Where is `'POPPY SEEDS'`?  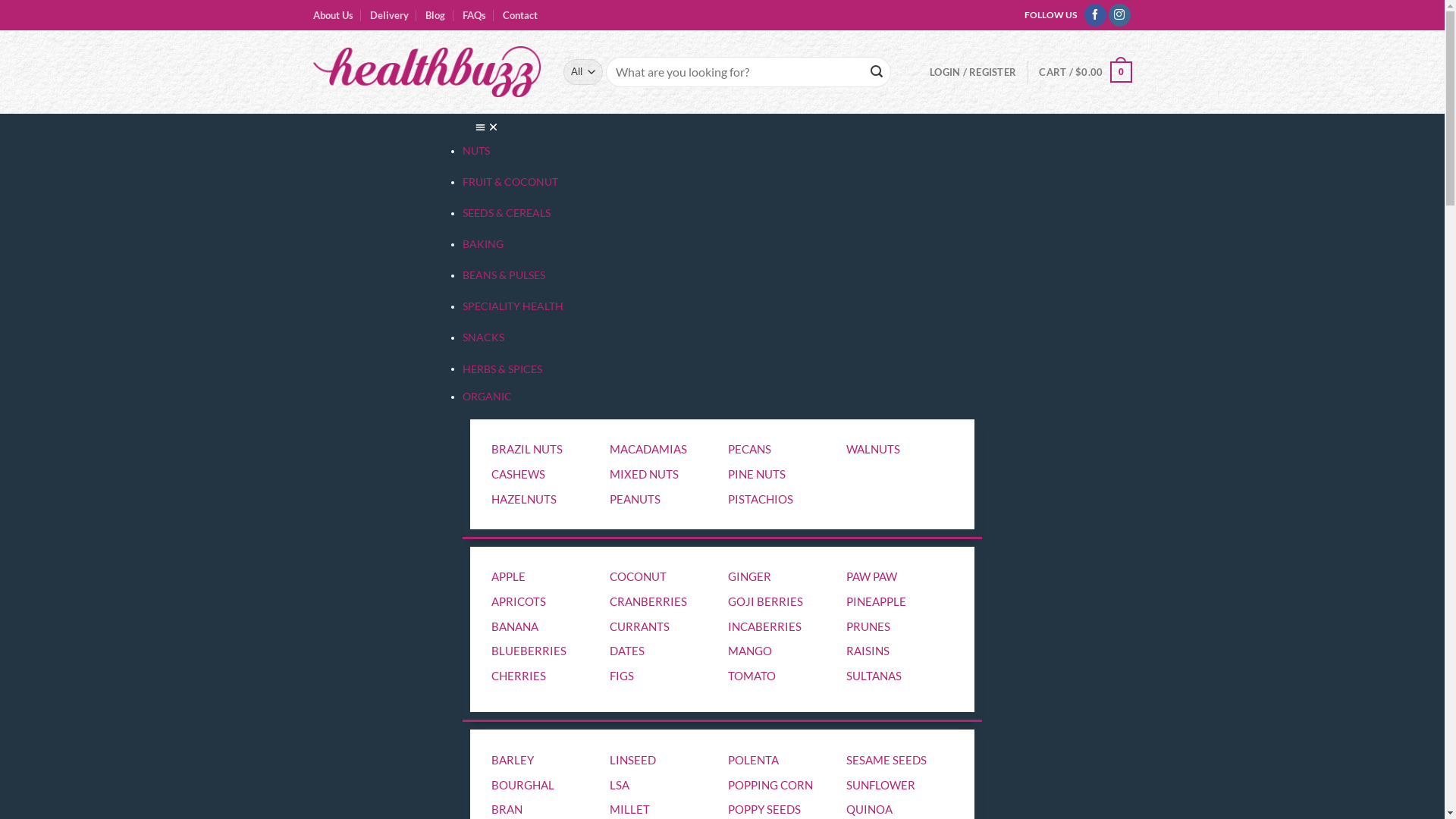 'POPPY SEEDS' is located at coordinates (764, 808).